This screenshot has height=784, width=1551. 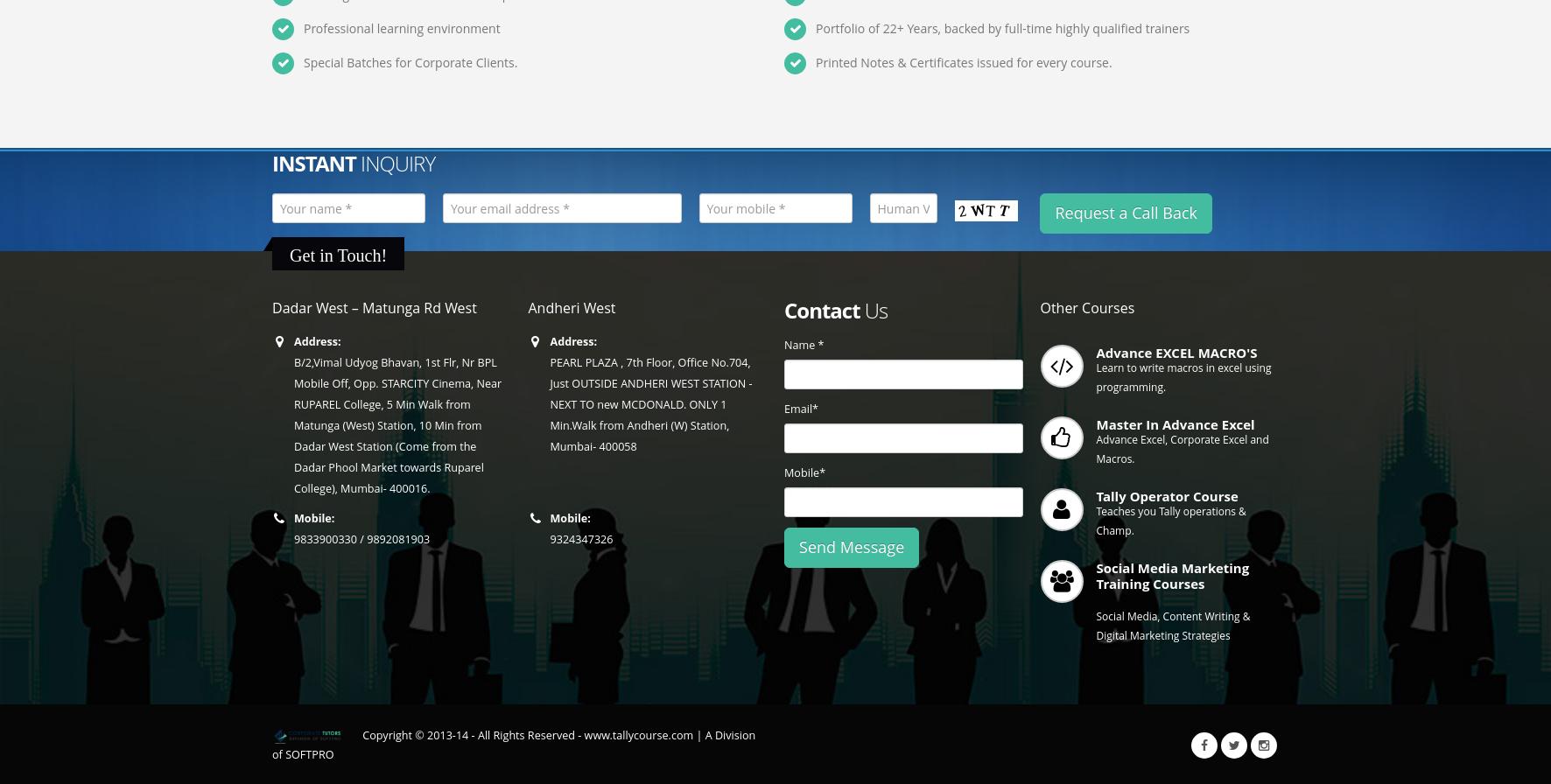 What do you see at coordinates (800, 408) in the screenshot?
I see `'Email*'` at bounding box center [800, 408].